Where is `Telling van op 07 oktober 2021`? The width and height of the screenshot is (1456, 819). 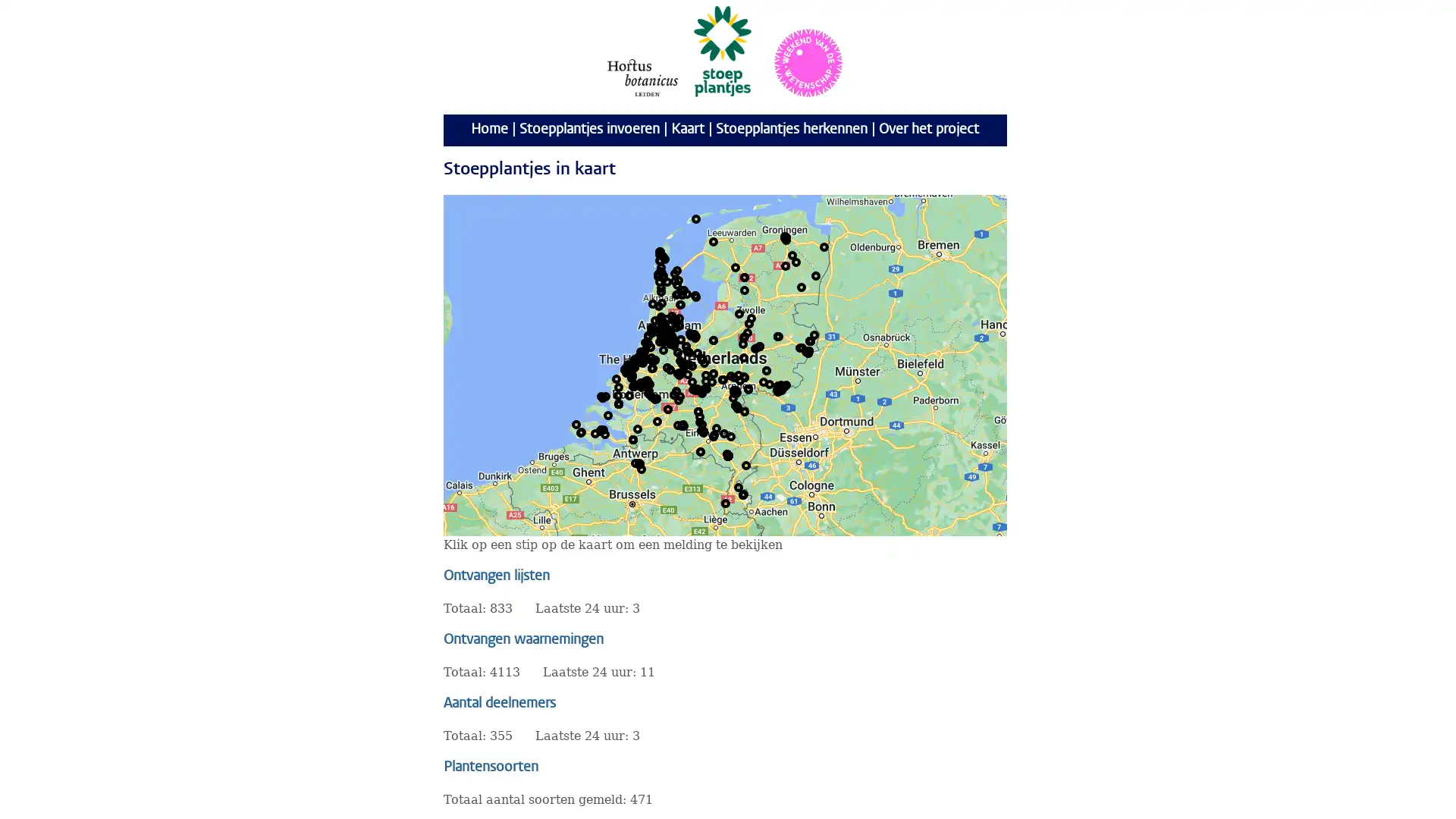
Telling van op 07 oktober 2021 is located at coordinates (662, 335).